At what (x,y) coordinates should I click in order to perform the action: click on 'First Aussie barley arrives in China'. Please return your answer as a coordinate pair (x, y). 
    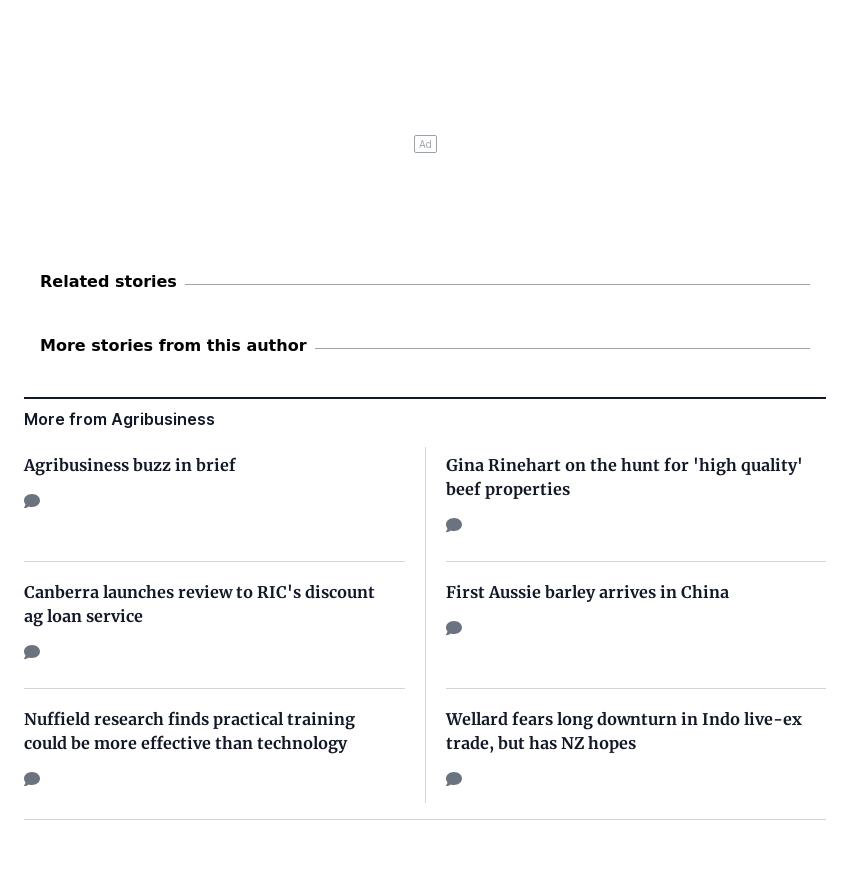
    Looking at the image, I should click on (587, 591).